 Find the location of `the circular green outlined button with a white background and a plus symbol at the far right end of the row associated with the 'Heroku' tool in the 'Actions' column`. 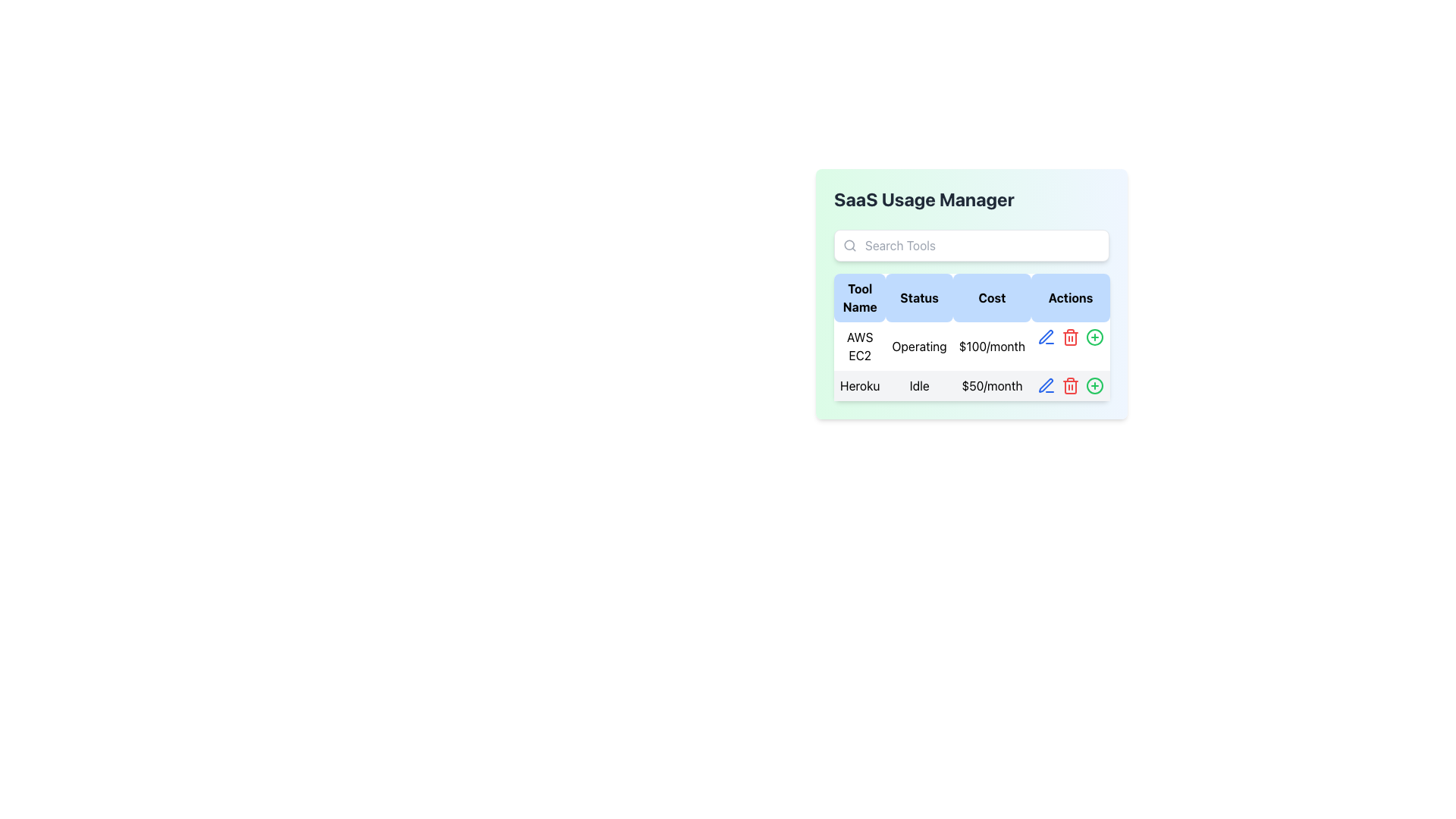

the circular green outlined button with a white background and a plus symbol at the far right end of the row associated with the 'Heroku' tool in the 'Actions' column is located at coordinates (1095, 385).